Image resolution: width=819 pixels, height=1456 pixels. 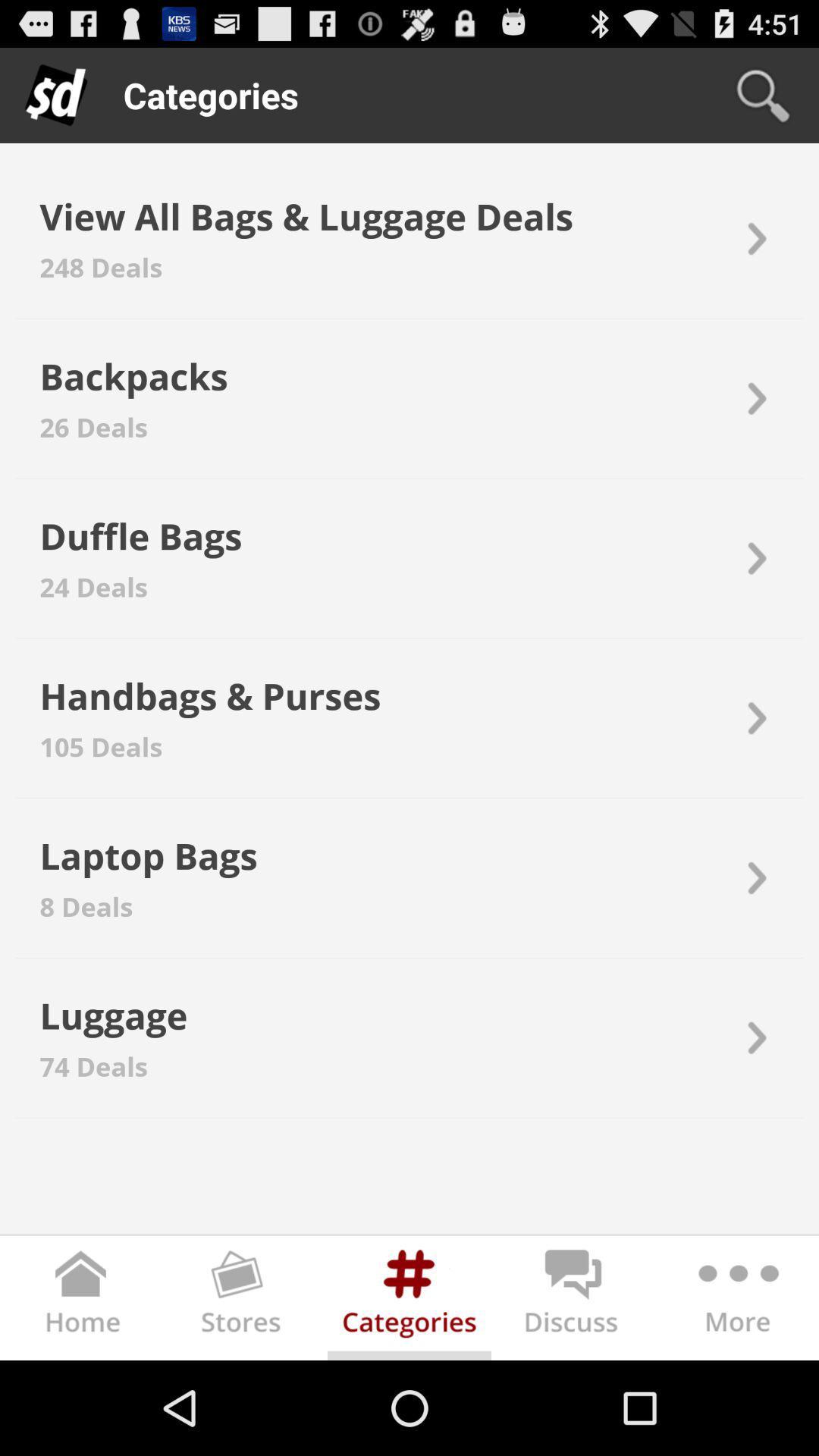 I want to click on open the discuss tab, so click(x=573, y=1301).